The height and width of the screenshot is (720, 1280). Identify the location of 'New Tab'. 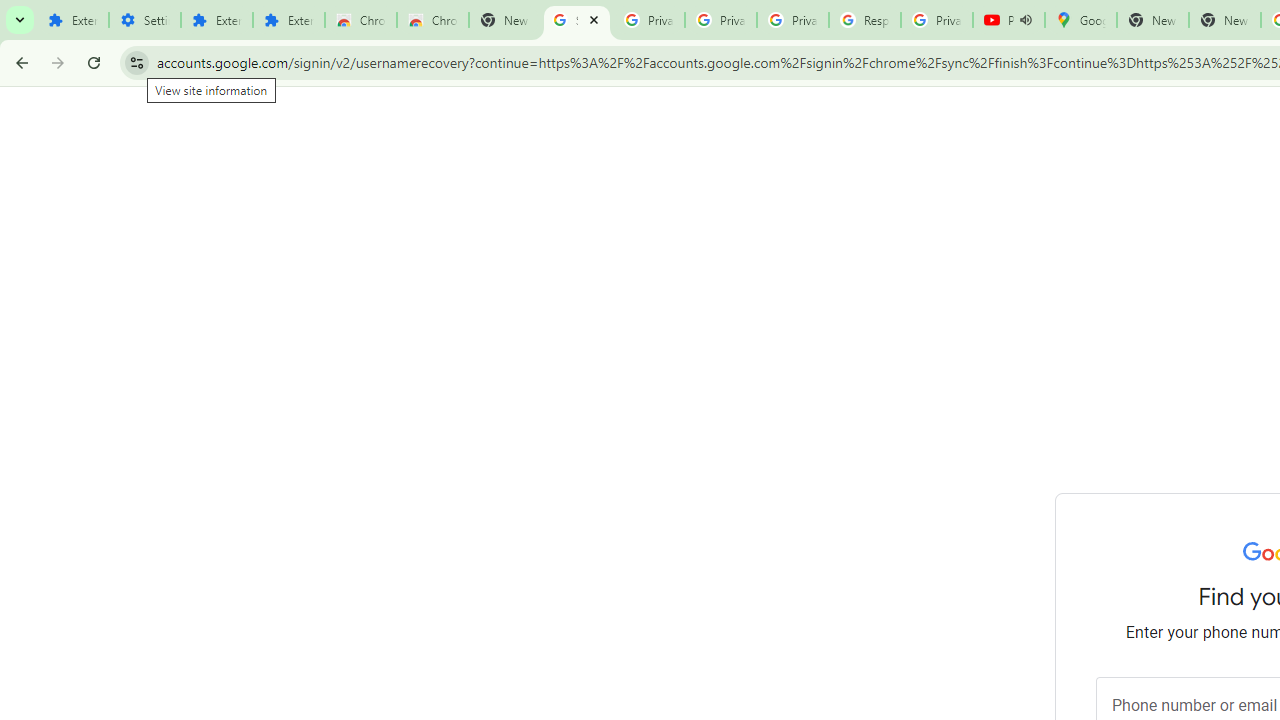
(1223, 20).